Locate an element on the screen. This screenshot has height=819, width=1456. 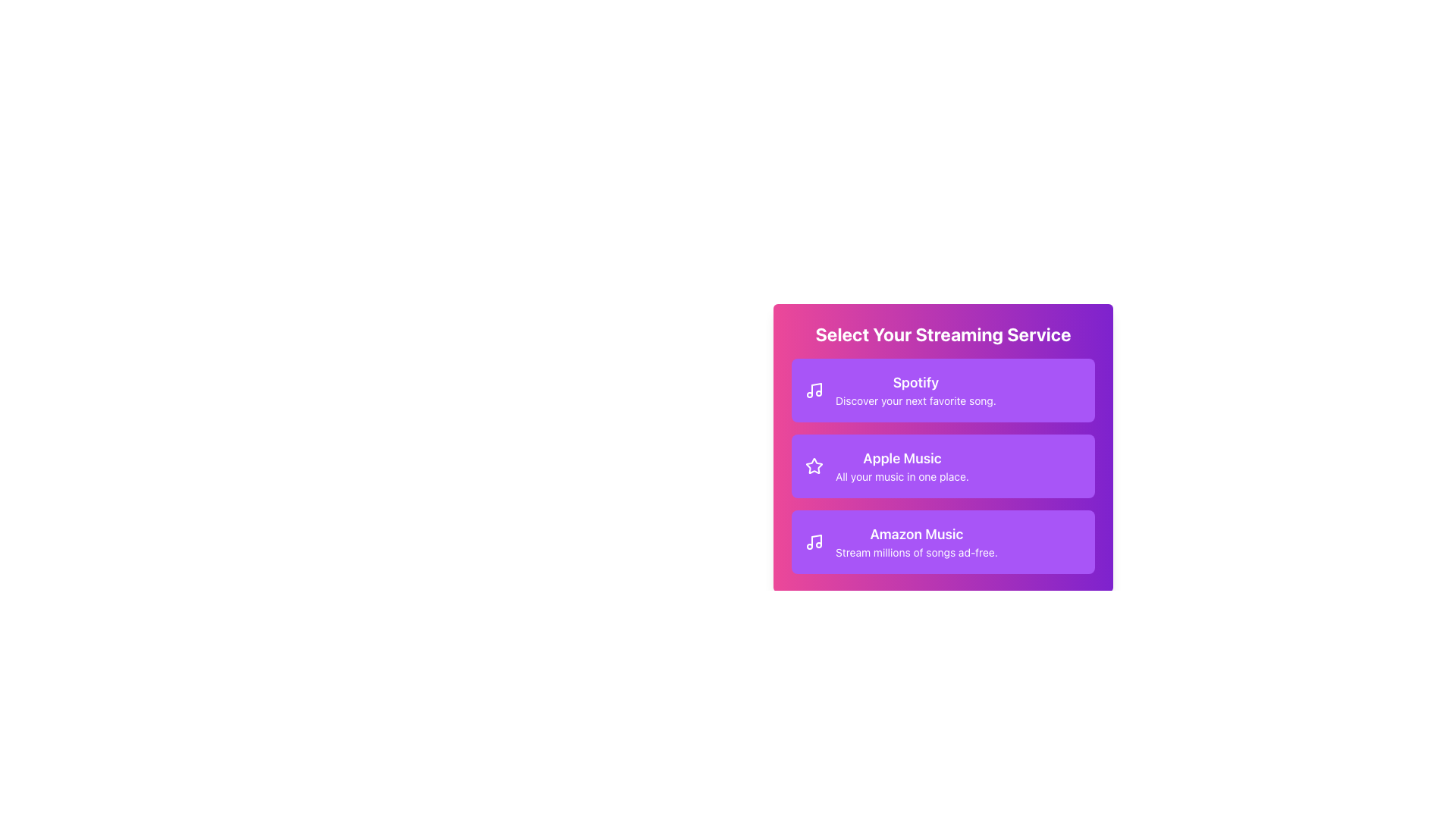
the star icon centered within the 'Apple Music' button located in the second row under 'Select Your Streaming Service.' is located at coordinates (813, 464).